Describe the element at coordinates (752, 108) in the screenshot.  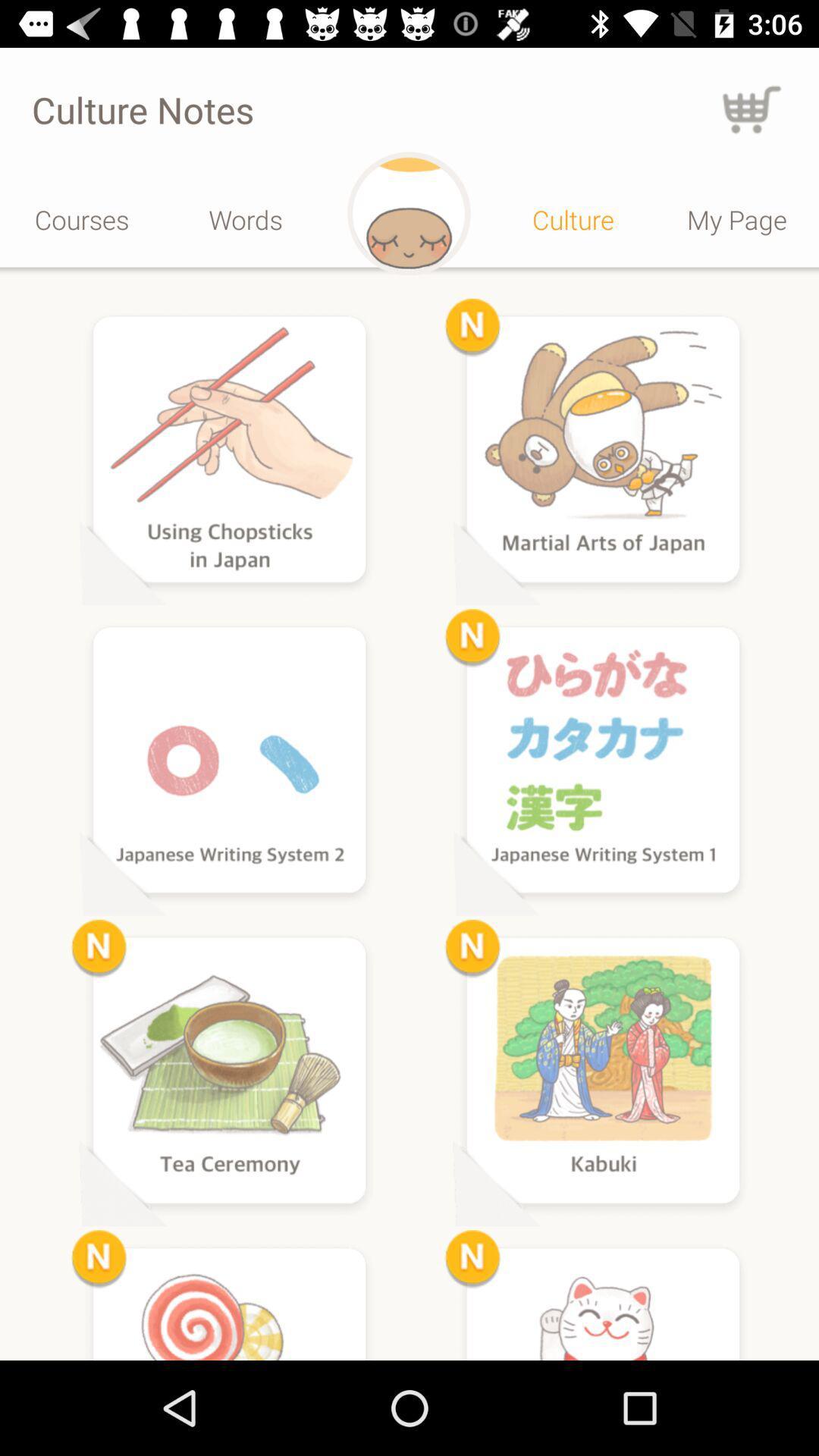
I see `the cart icon` at that location.